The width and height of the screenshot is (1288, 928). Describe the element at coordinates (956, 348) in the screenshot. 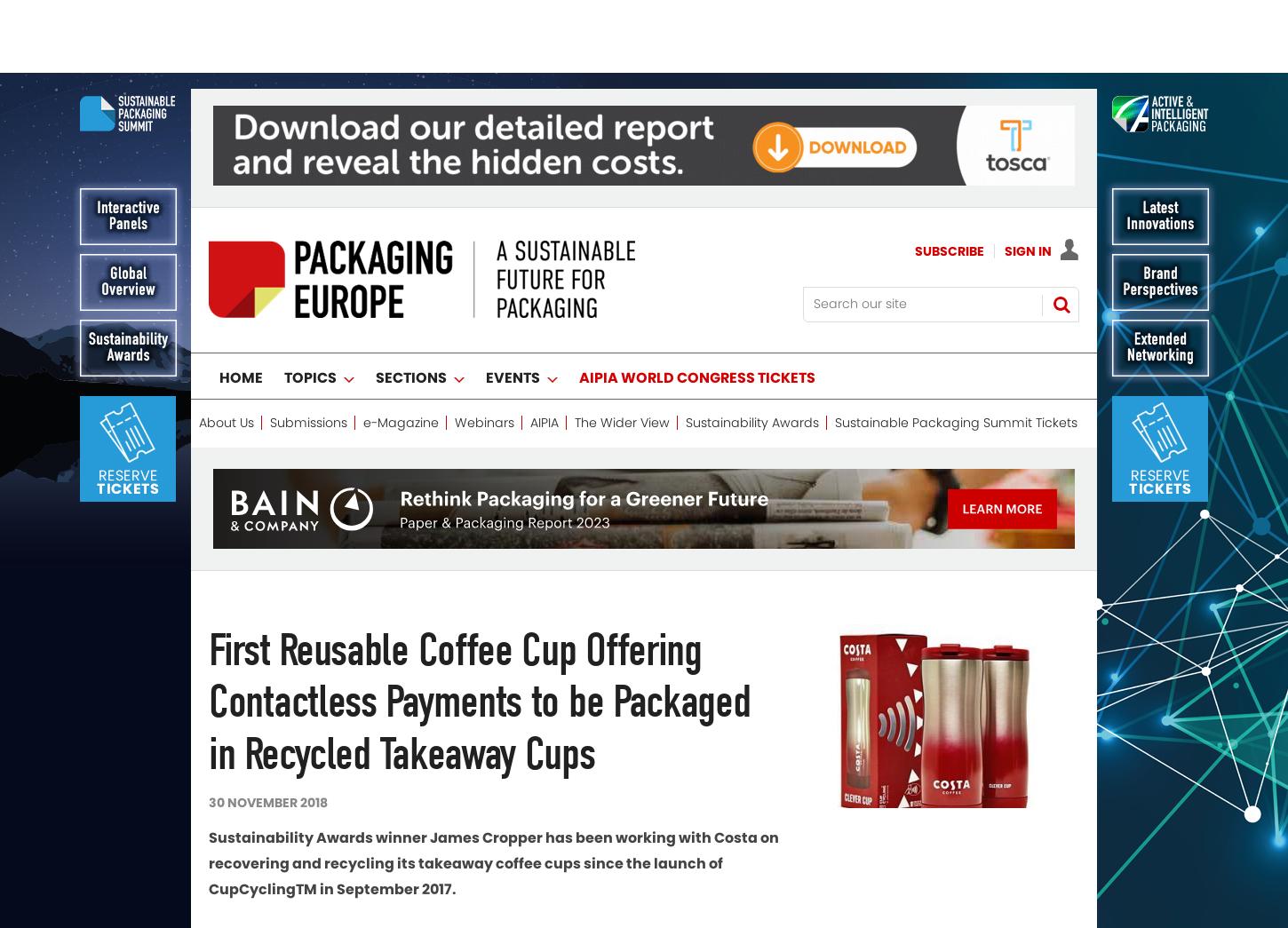

I see `'Sustainable Packaging Summit Tickets'` at that location.